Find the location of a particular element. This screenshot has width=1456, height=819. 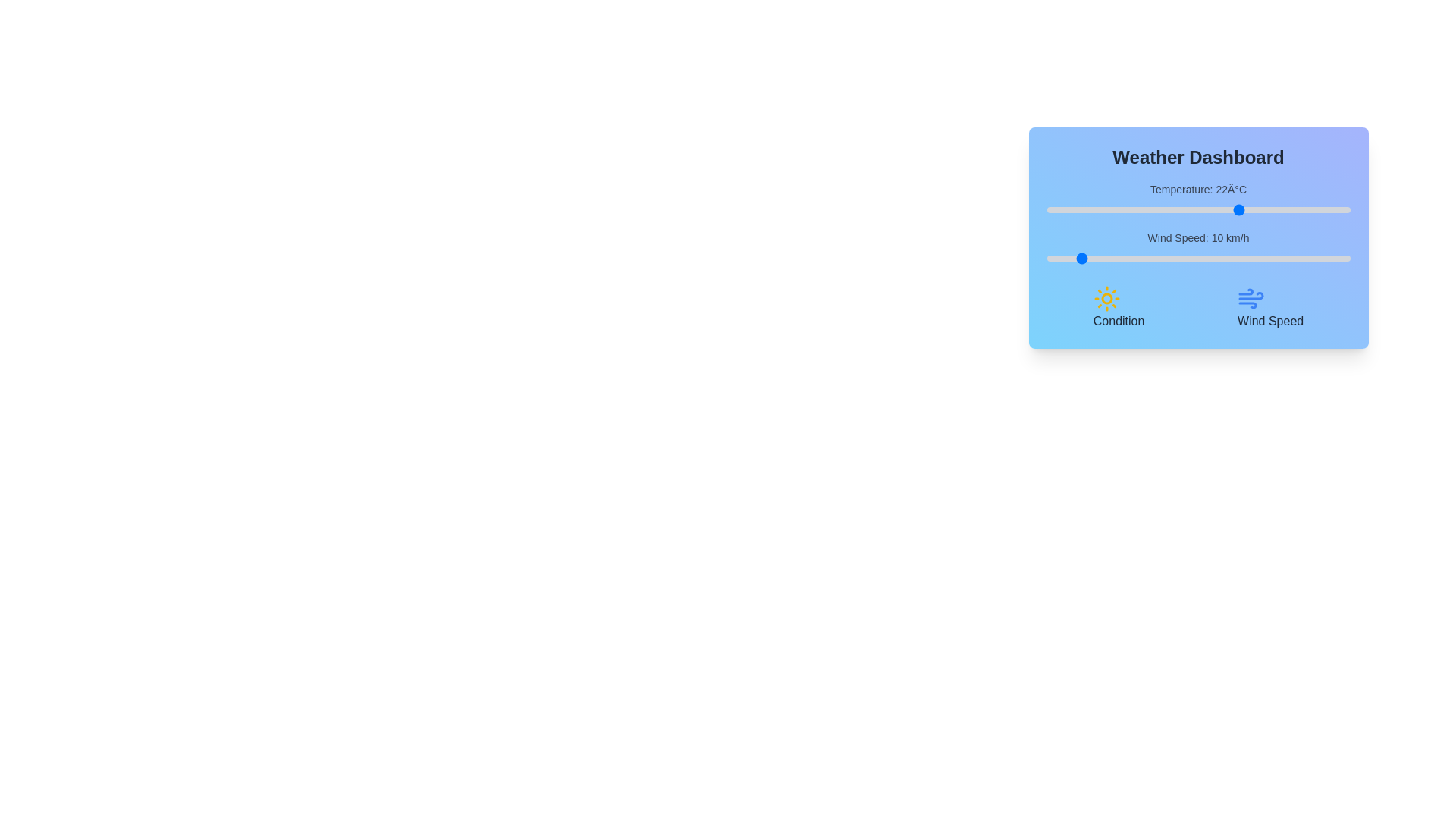

the temperature slider to set the temperature to -4°C is located at coordinates (1082, 210).